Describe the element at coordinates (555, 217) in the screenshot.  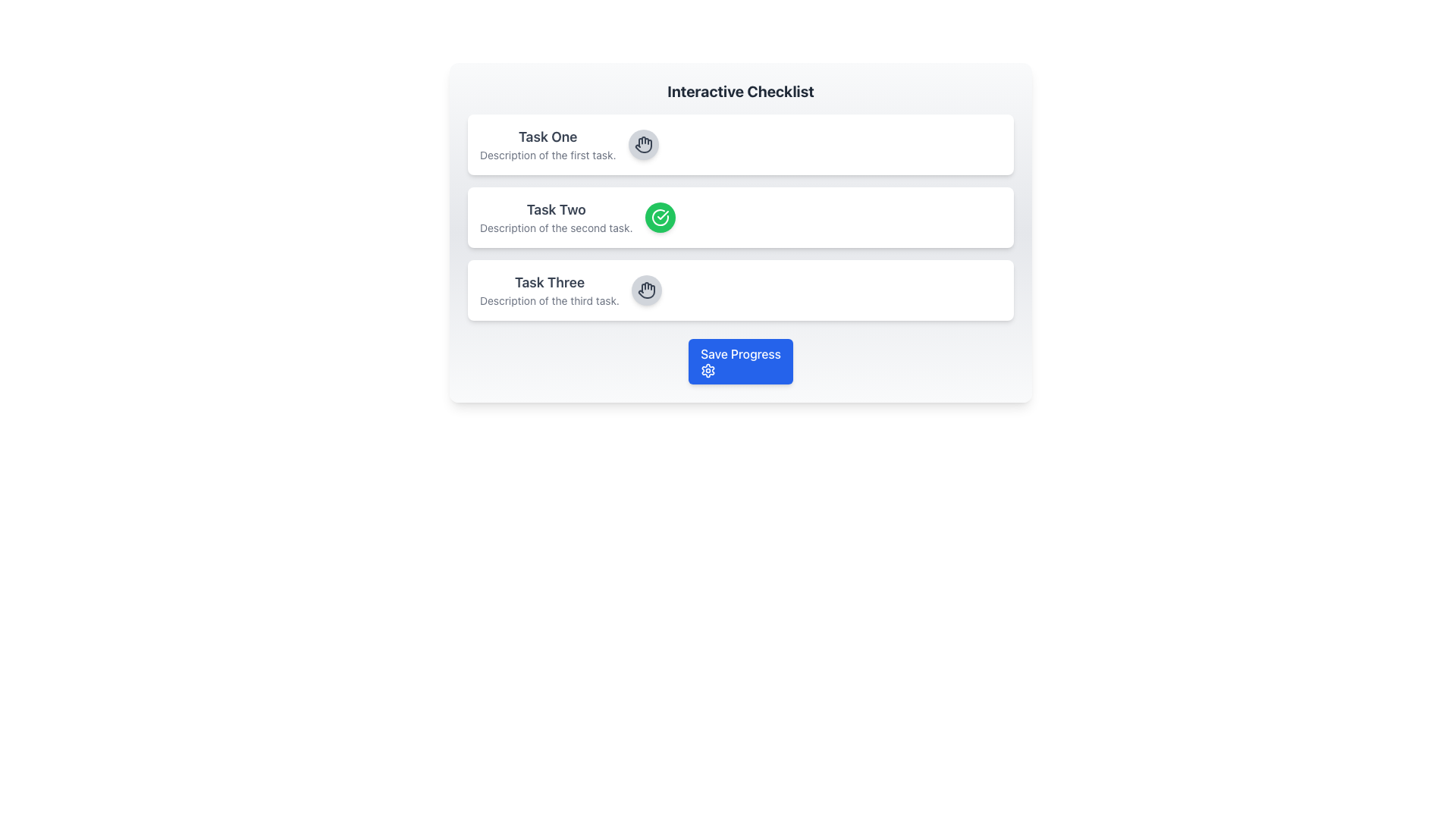
I see `the label containing the title 'Task Two'` at that location.